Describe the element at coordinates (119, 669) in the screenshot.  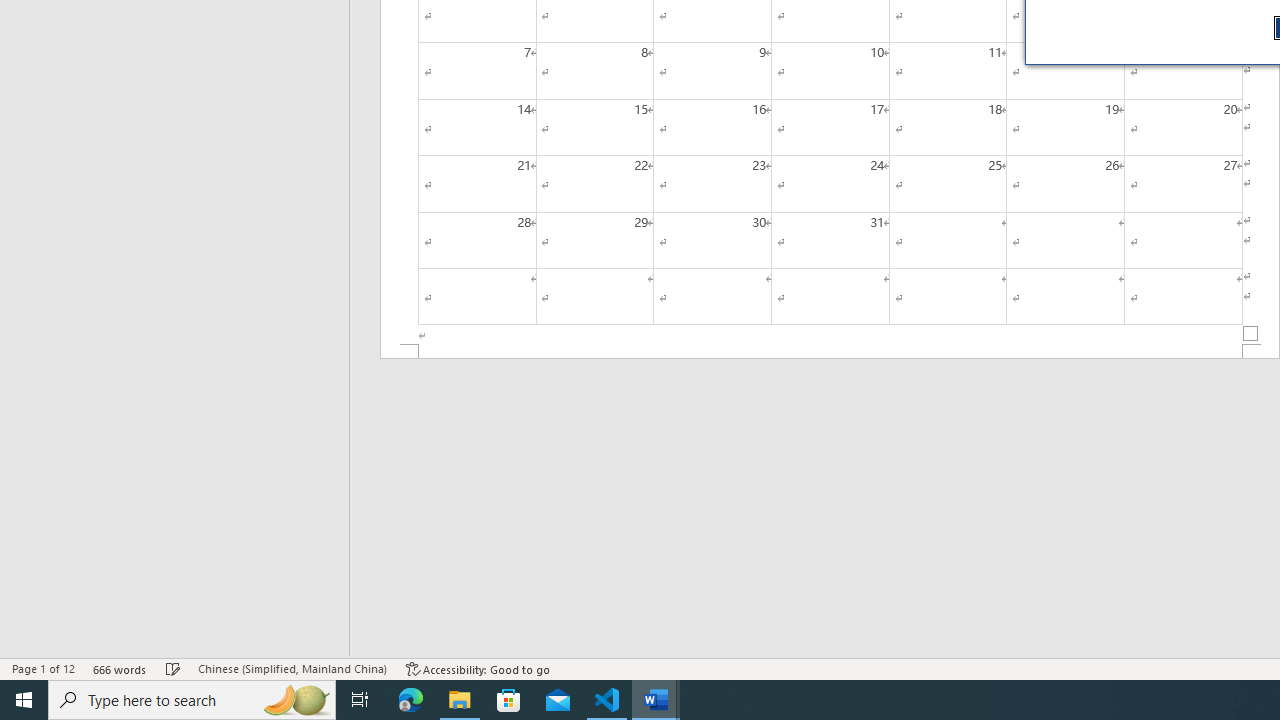
I see `'Word Count 666 words'` at that location.